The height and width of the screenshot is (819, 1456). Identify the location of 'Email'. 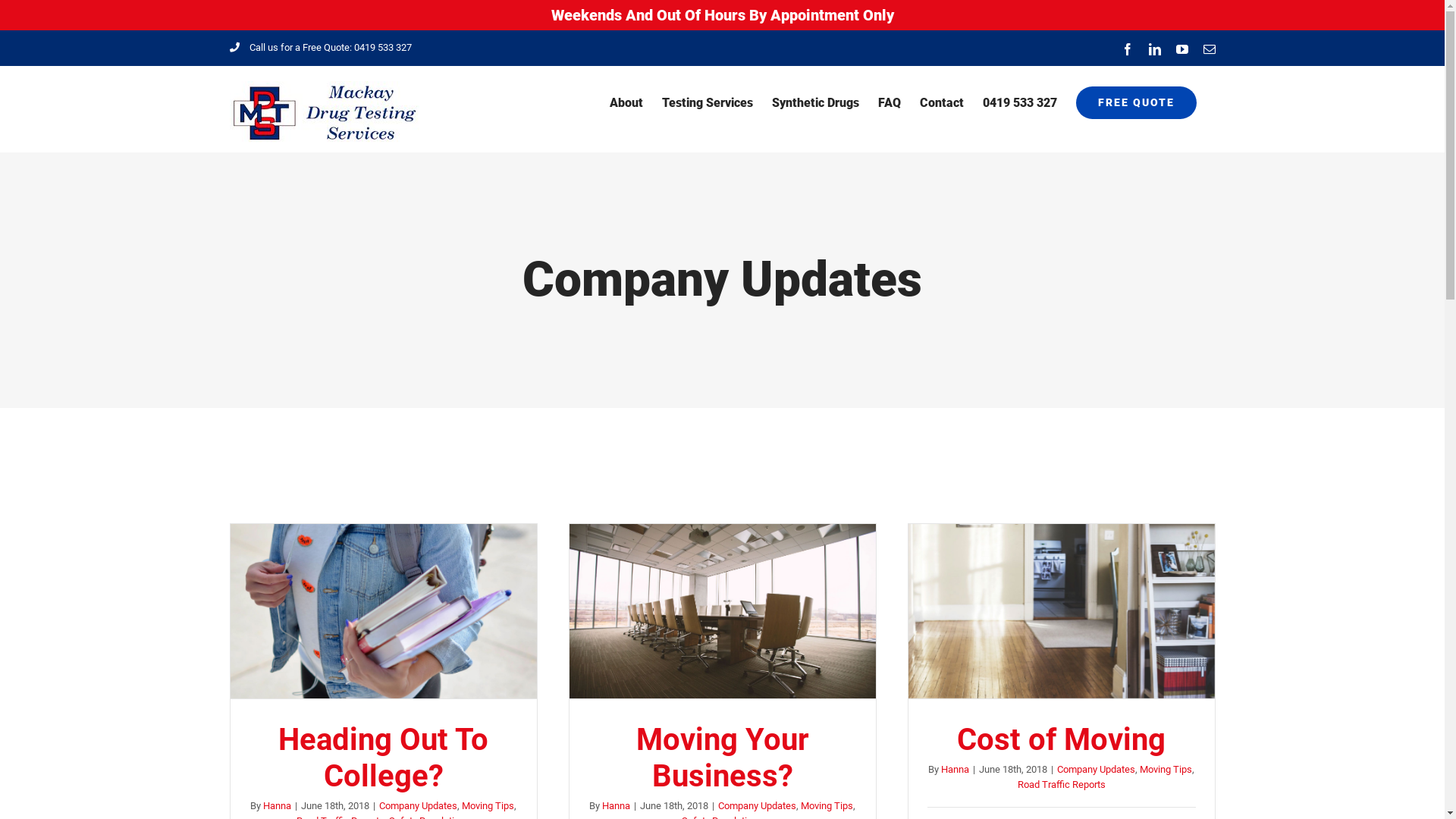
(1207, 48).